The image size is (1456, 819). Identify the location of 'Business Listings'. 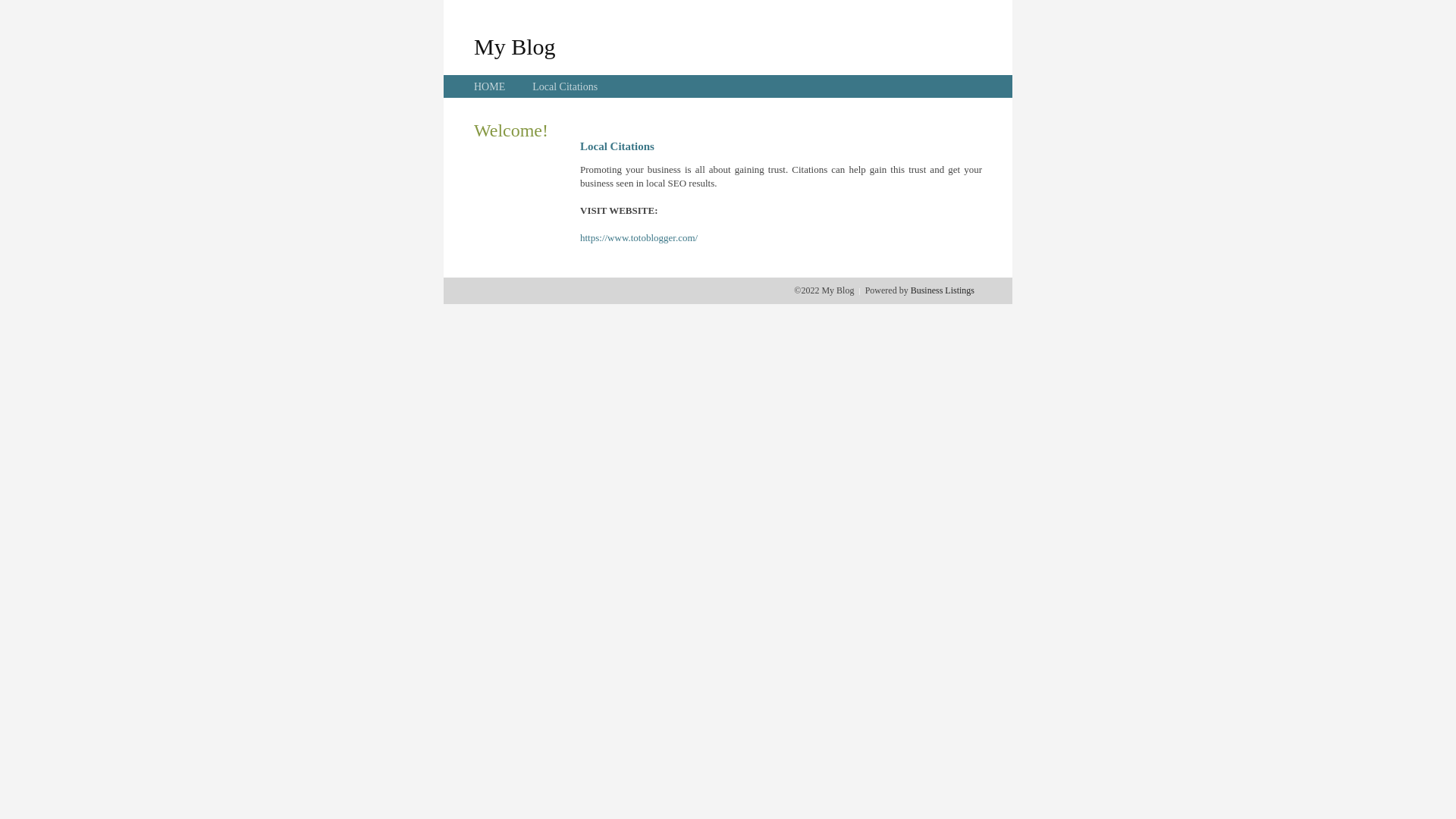
(942, 290).